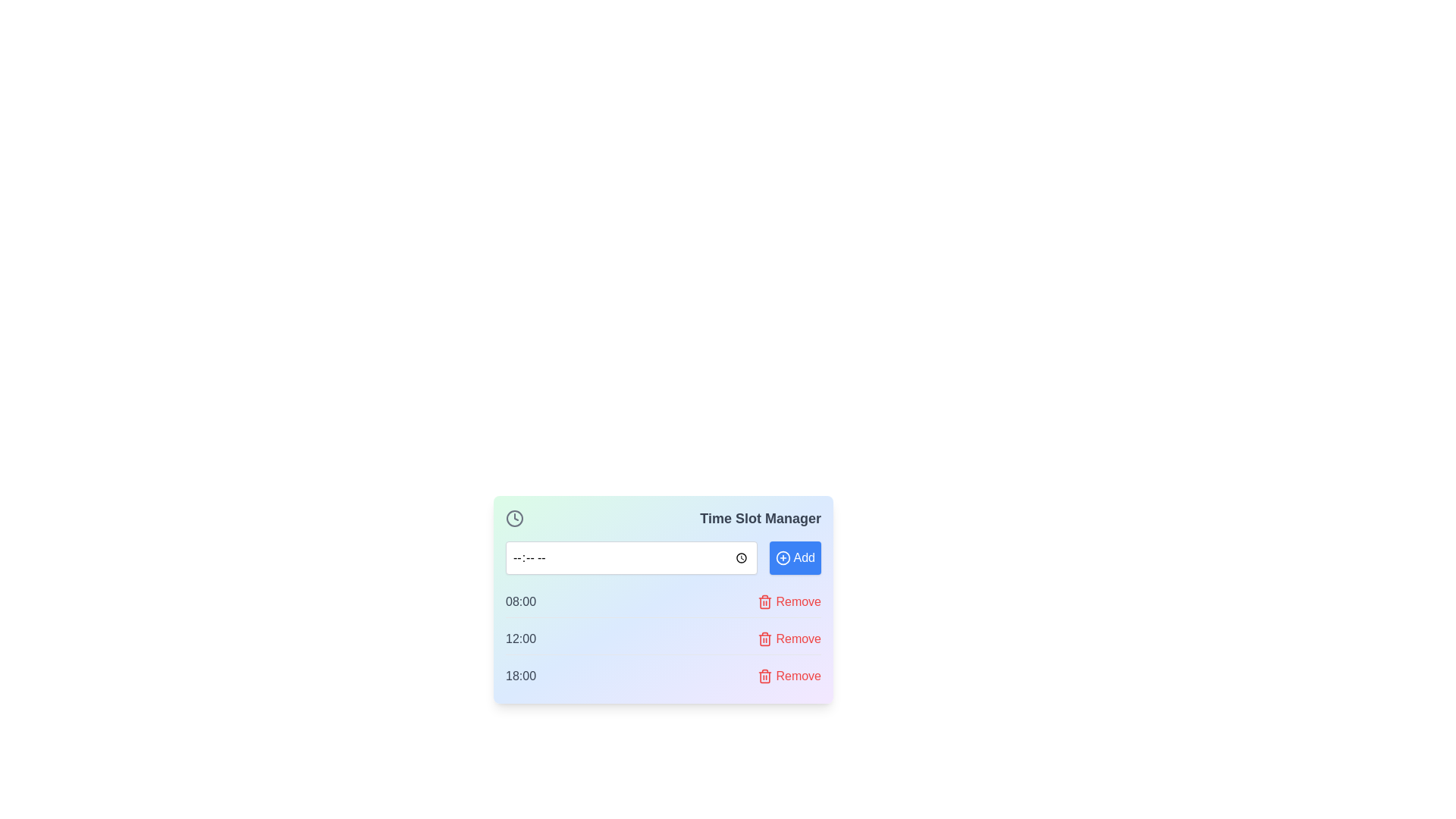 This screenshot has height=819, width=1456. What do you see at coordinates (789, 675) in the screenshot?
I see `the clickable label with an icon located at the end of the row for the time slot '18:00'` at bounding box center [789, 675].